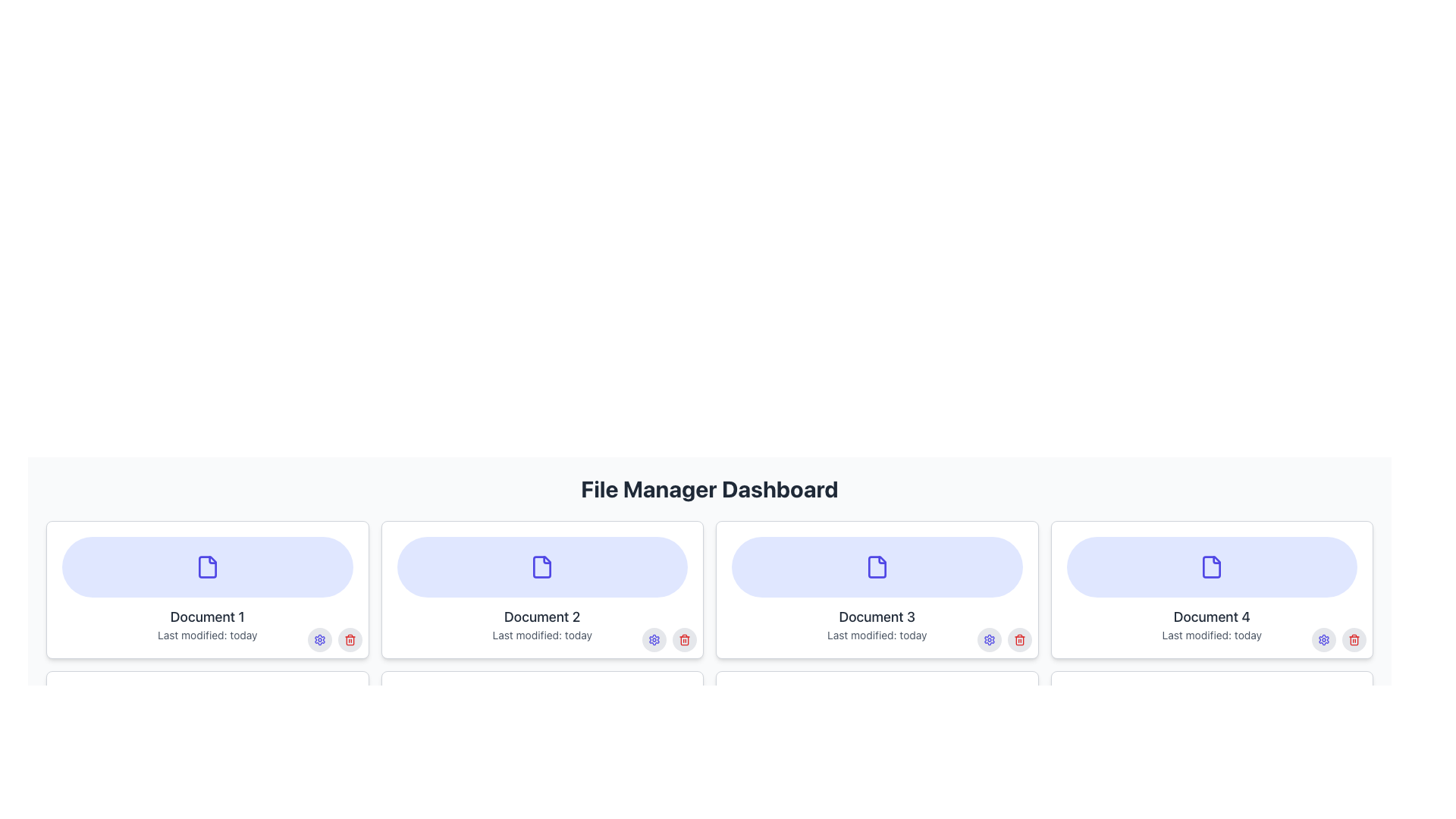  What do you see at coordinates (683, 789) in the screenshot?
I see `the deletion button located in the second document card of the dashboard, which is the rightmost button next to the settings button below the title 'Document 2'` at bounding box center [683, 789].